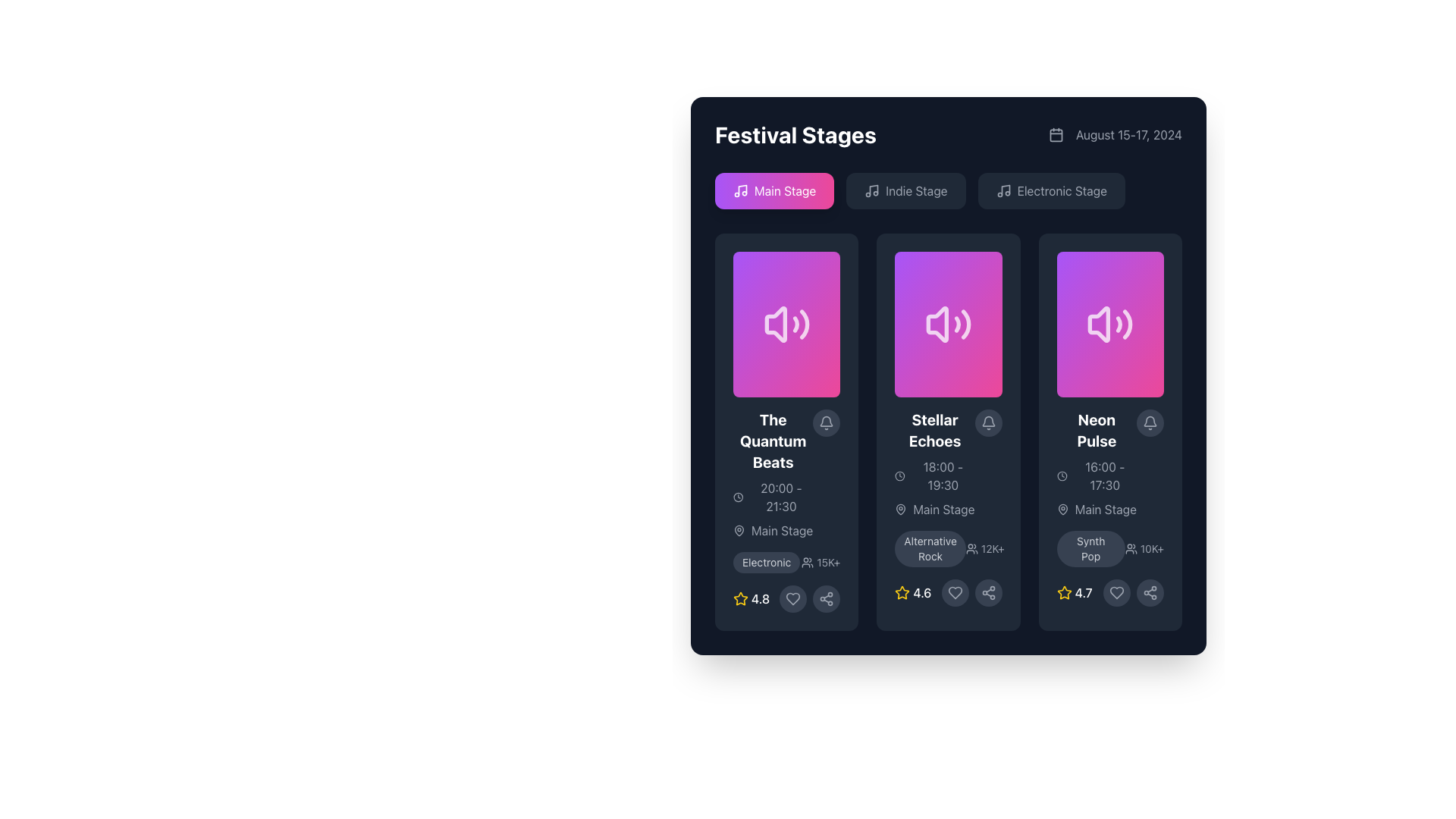  Describe the element at coordinates (786, 473) in the screenshot. I see `the event card displaying 'The Quantum Beats' in the first column of the grid layout under the 'Festival Stages' section` at that location.